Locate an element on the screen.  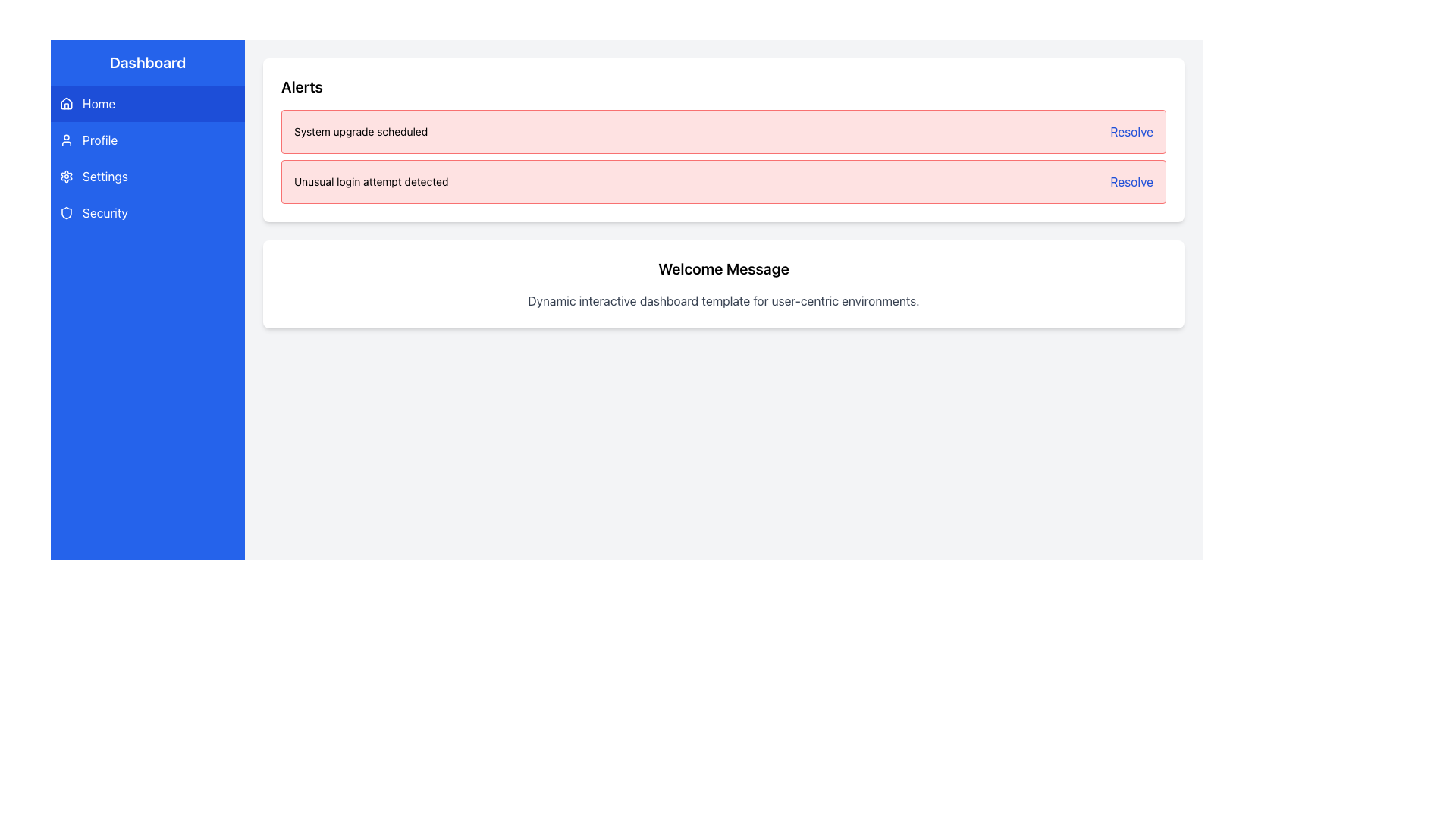
the settings icon represented by a gear symbol located in the vertical navigation bar on the left side of the interface is located at coordinates (65, 175).